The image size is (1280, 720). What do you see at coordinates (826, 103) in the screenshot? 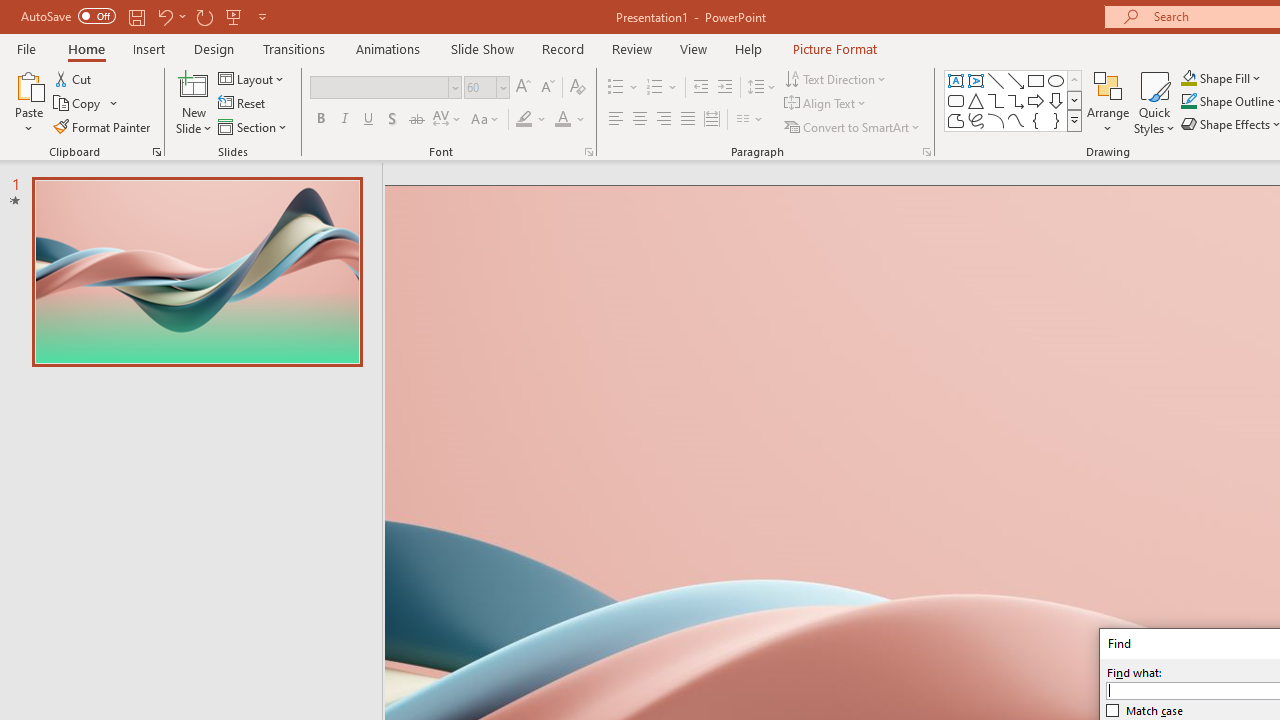
I see `'Align Text'` at bounding box center [826, 103].